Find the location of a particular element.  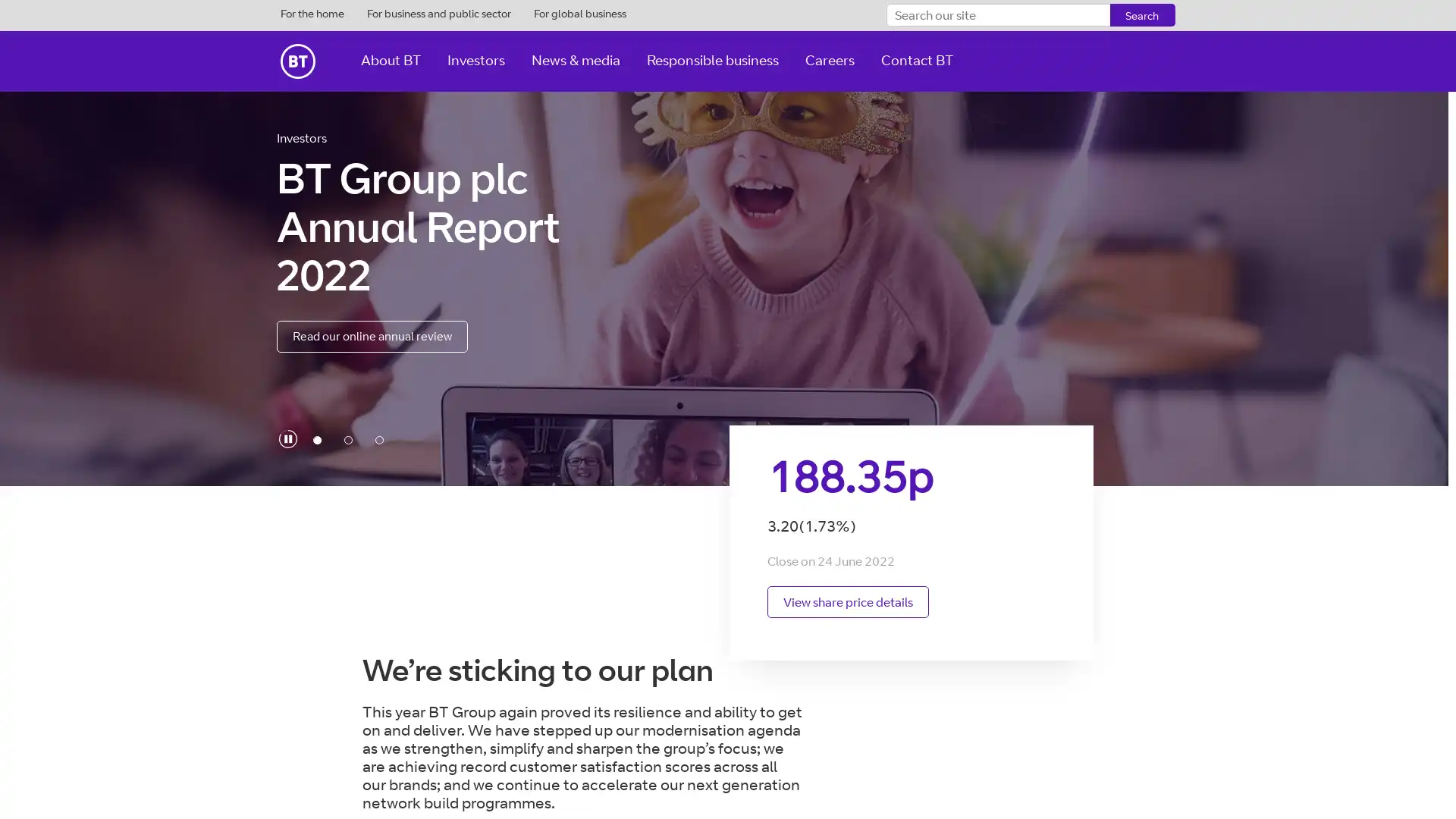

FY22 financial results is located at coordinates (379, 440).